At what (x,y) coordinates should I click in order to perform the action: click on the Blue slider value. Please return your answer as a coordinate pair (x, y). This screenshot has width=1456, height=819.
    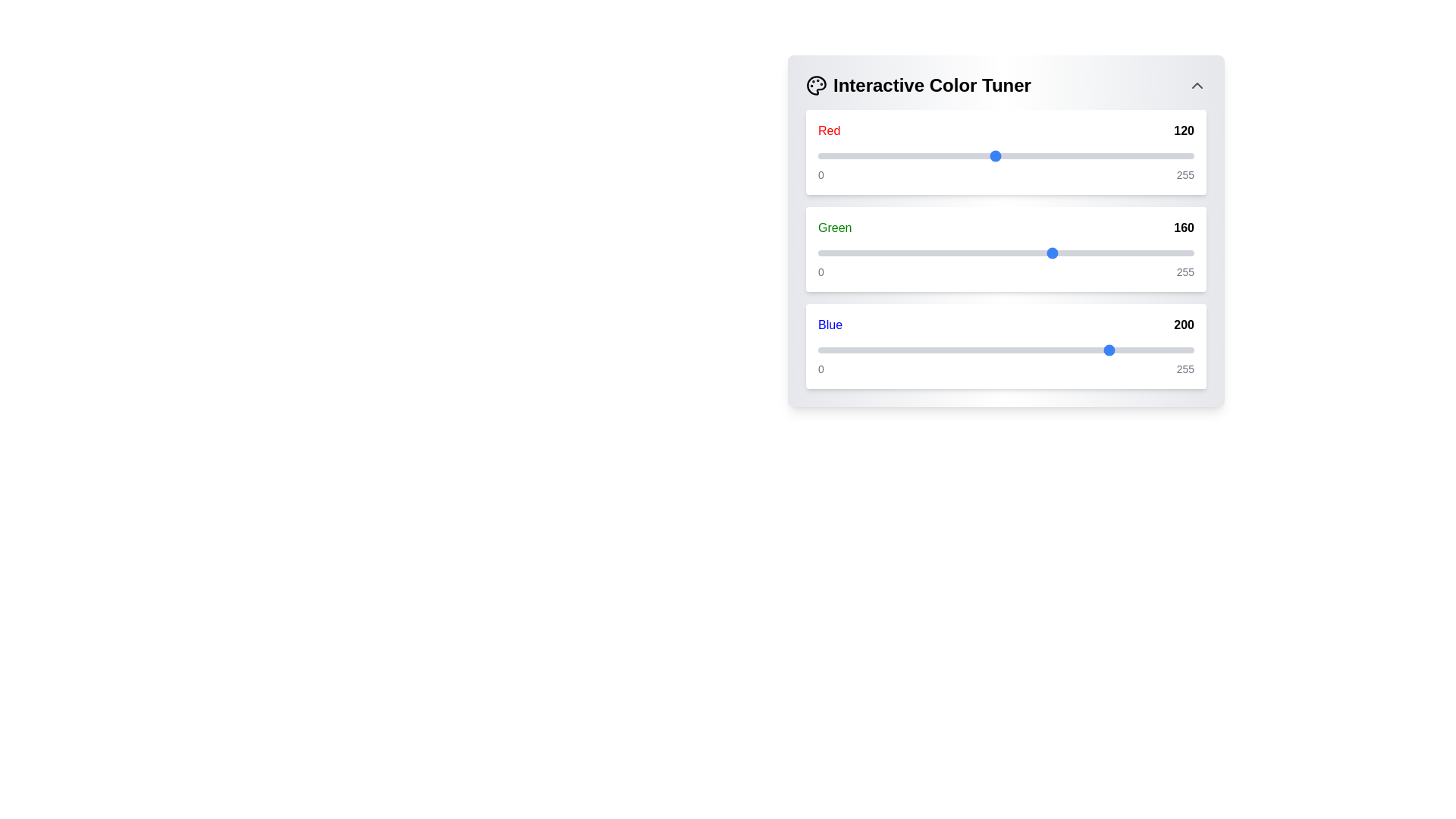
    Looking at the image, I should click on (1131, 350).